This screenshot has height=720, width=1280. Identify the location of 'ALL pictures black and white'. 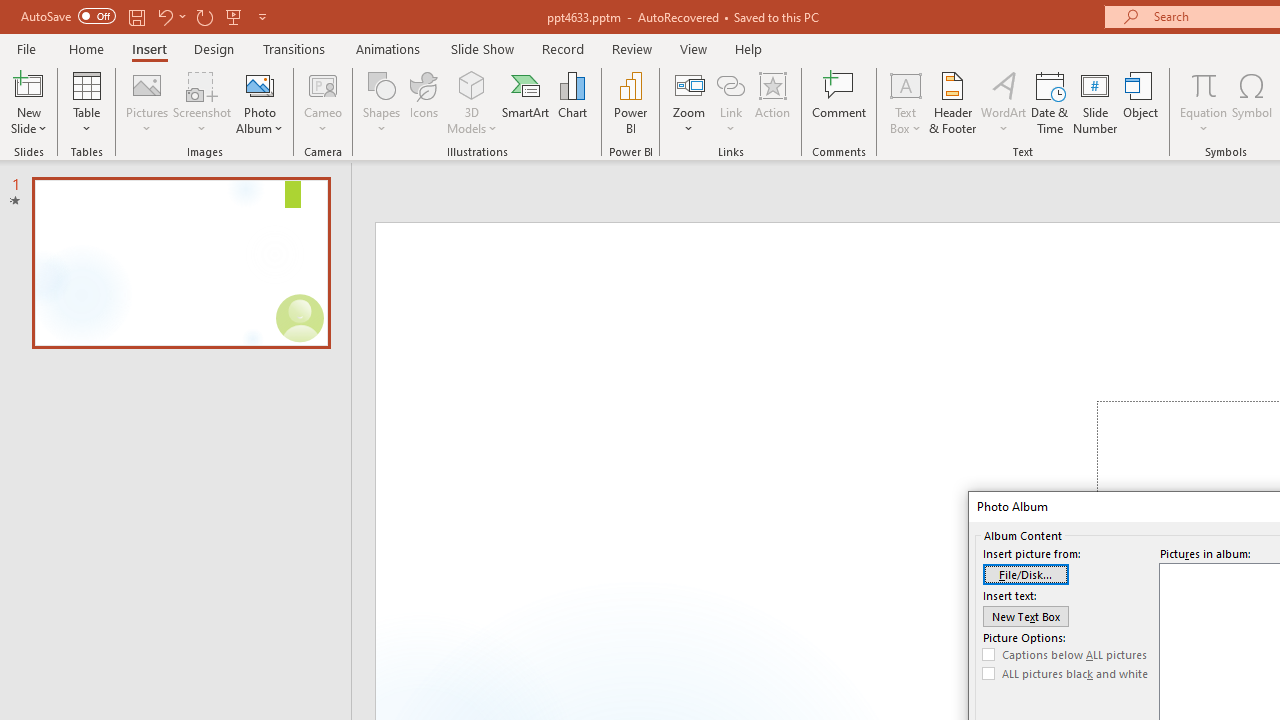
(1064, 673).